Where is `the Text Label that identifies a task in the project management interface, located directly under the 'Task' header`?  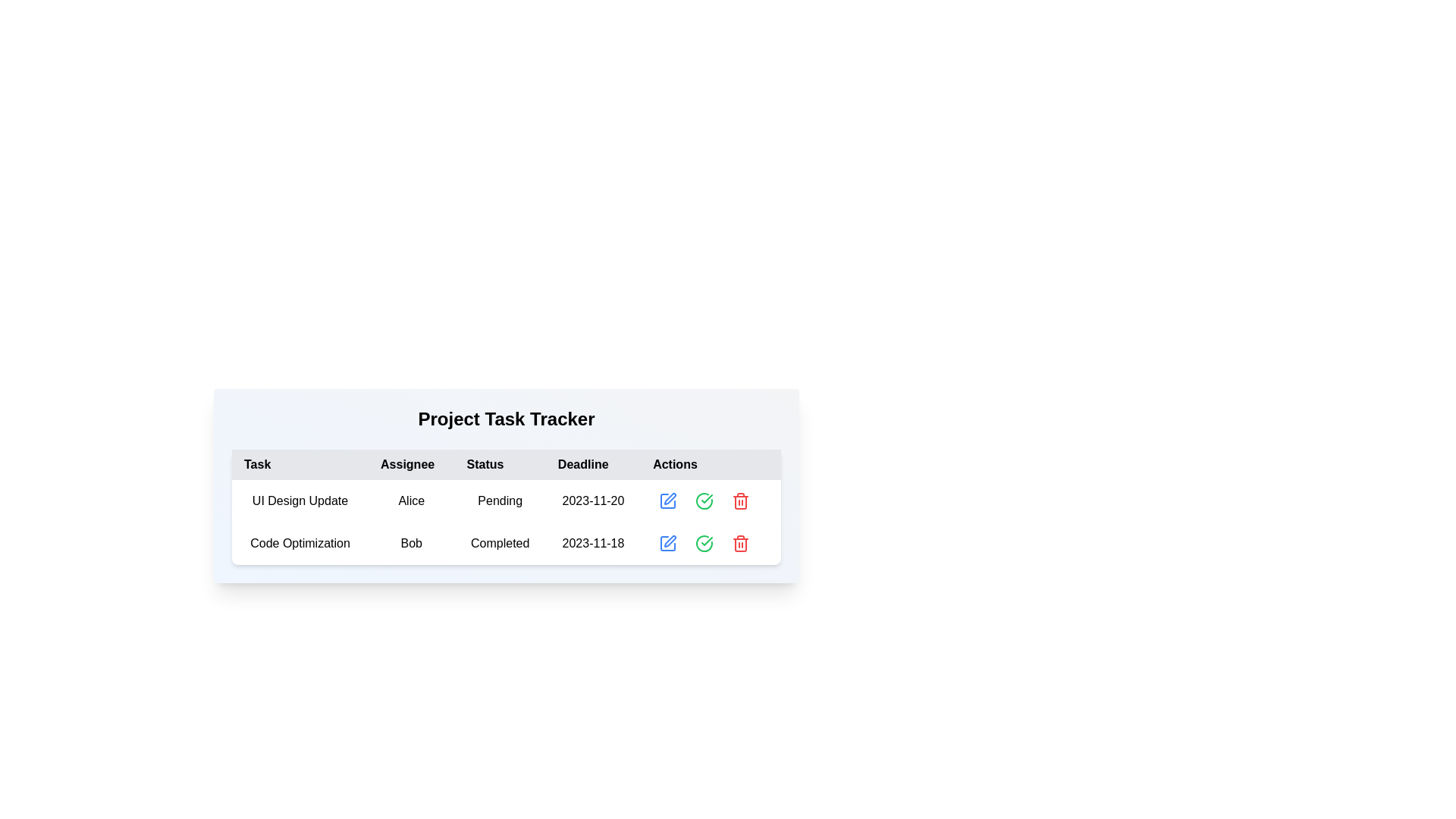 the Text Label that identifies a task in the project management interface, located directly under the 'Task' header is located at coordinates (300, 500).